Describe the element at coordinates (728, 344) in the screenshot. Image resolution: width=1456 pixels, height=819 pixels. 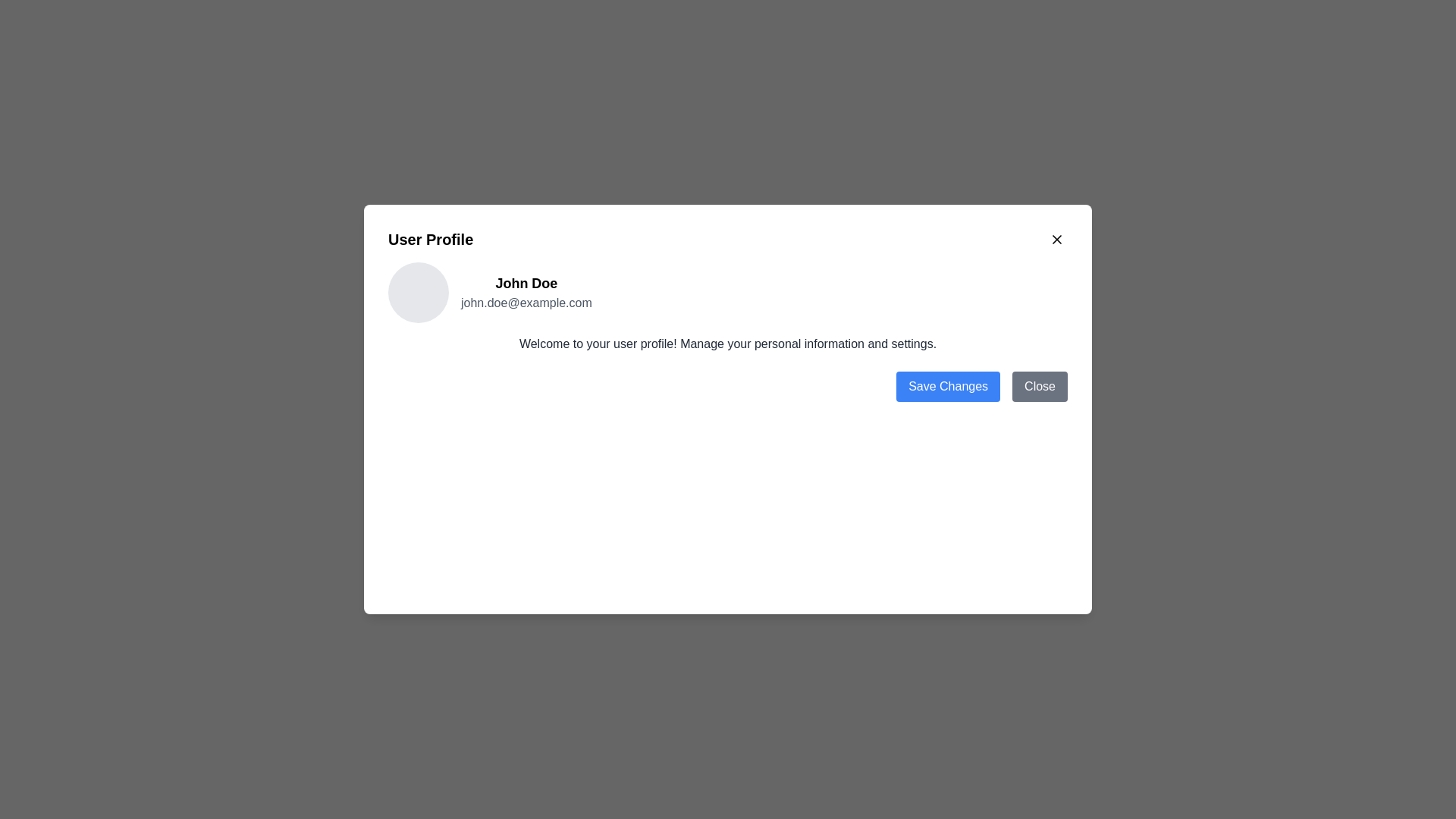
I see `the introduction text block on the profile page, which provides guidance on managing personal information and settings` at that location.